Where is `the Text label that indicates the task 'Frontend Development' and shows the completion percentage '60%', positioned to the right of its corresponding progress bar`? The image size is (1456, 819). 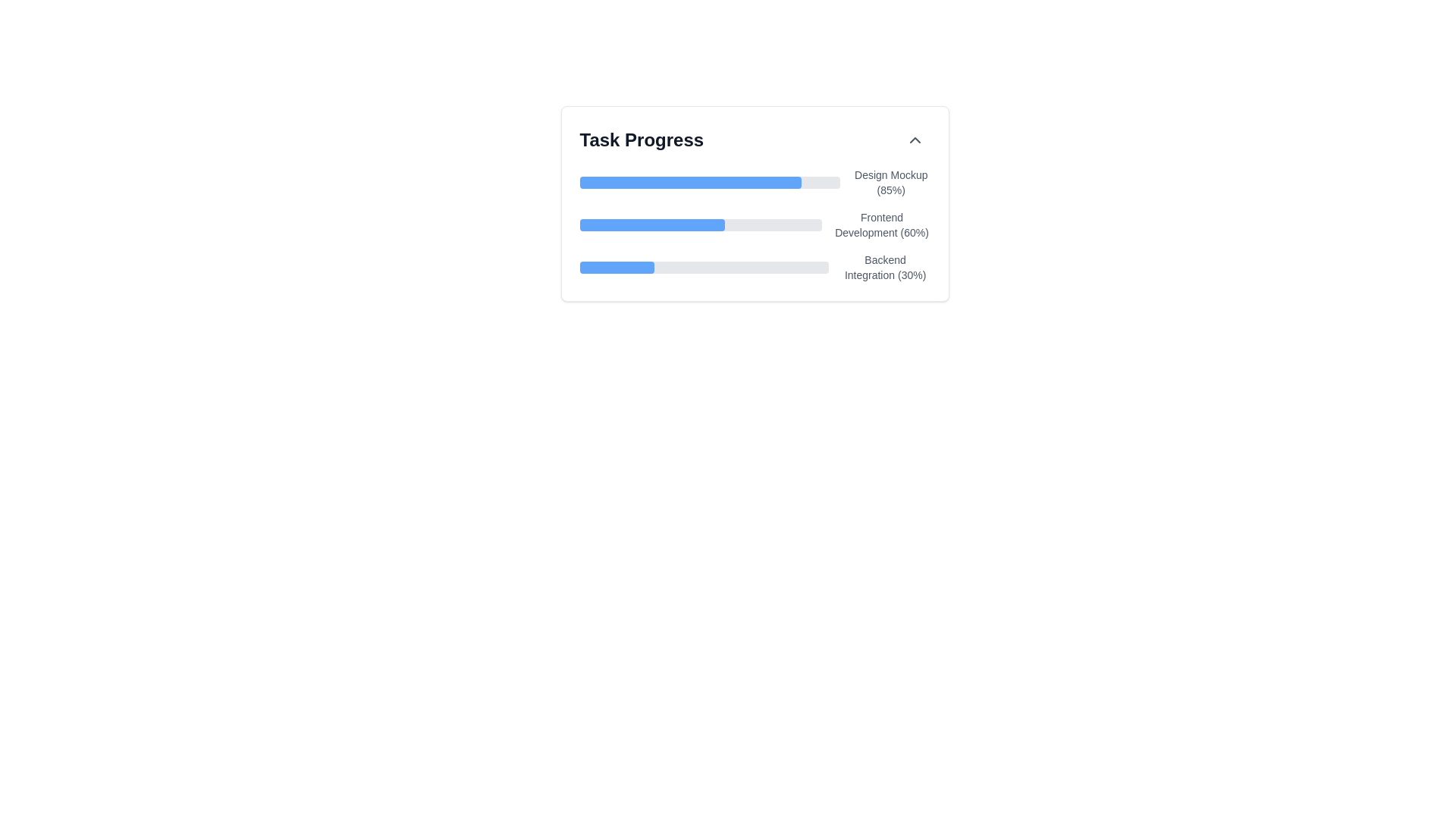
the Text label that indicates the task 'Frontend Development' and shows the completion percentage '60%', positioned to the right of its corresponding progress bar is located at coordinates (882, 225).